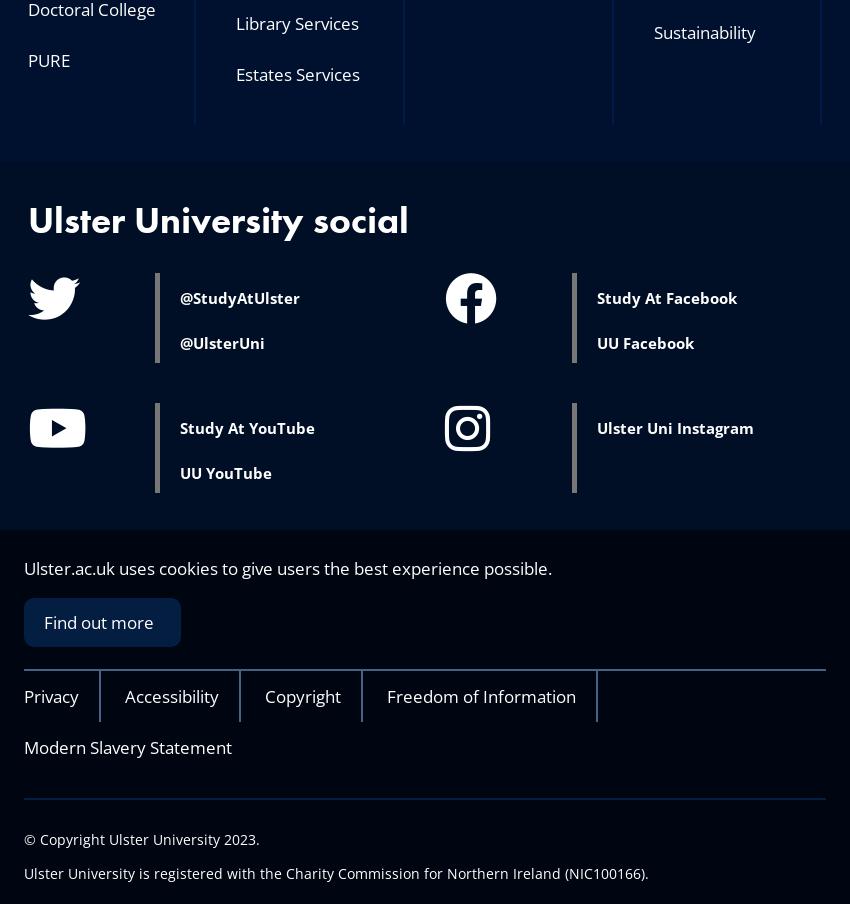  Describe the element at coordinates (178, 341) in the screenshot. I see `'@UlsterUni'` at that location.